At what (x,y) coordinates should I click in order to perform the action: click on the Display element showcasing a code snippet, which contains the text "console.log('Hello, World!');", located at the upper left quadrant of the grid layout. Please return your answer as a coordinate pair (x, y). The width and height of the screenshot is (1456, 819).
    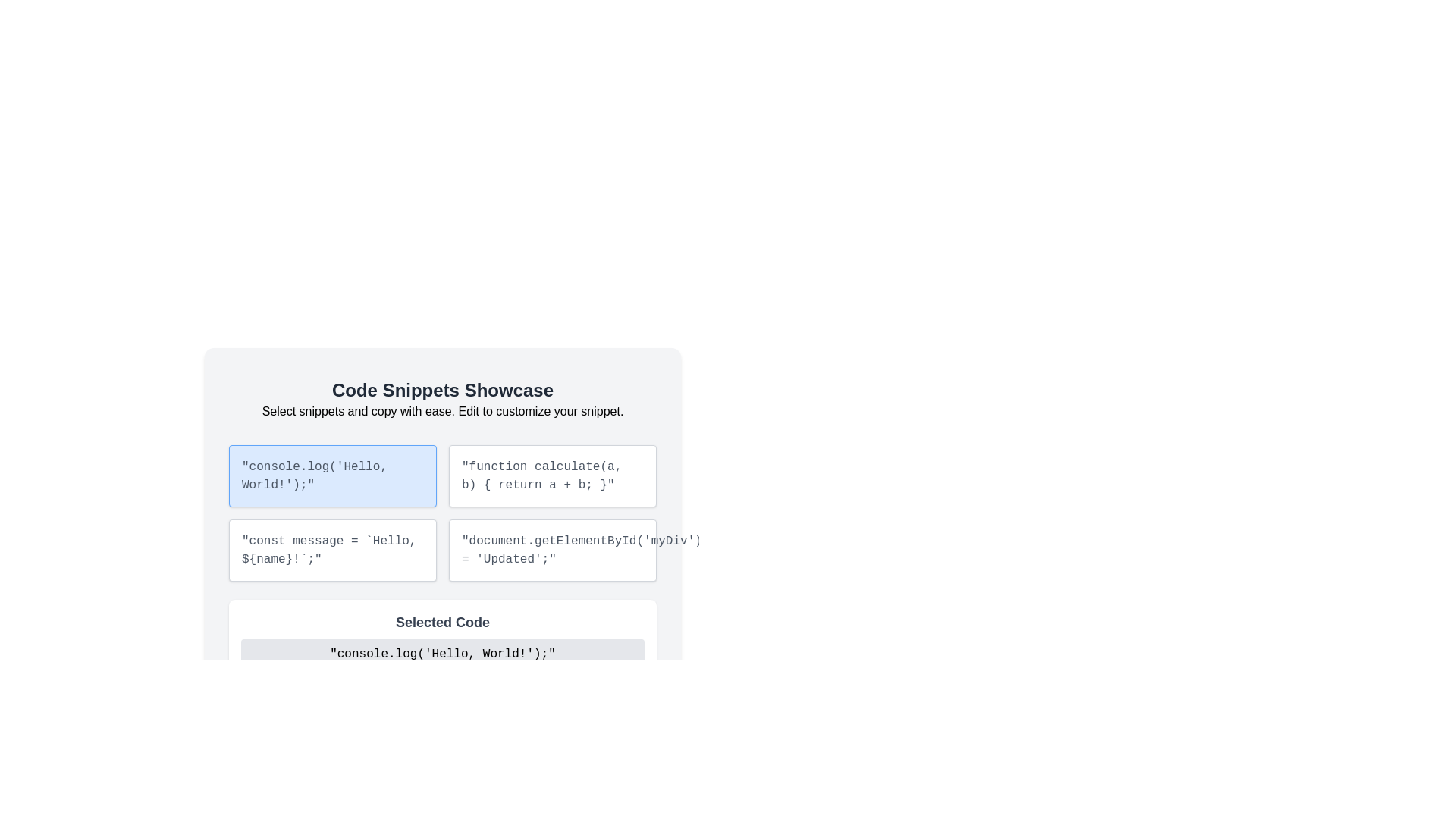
    Looking at the image, I should click on (442, 494).